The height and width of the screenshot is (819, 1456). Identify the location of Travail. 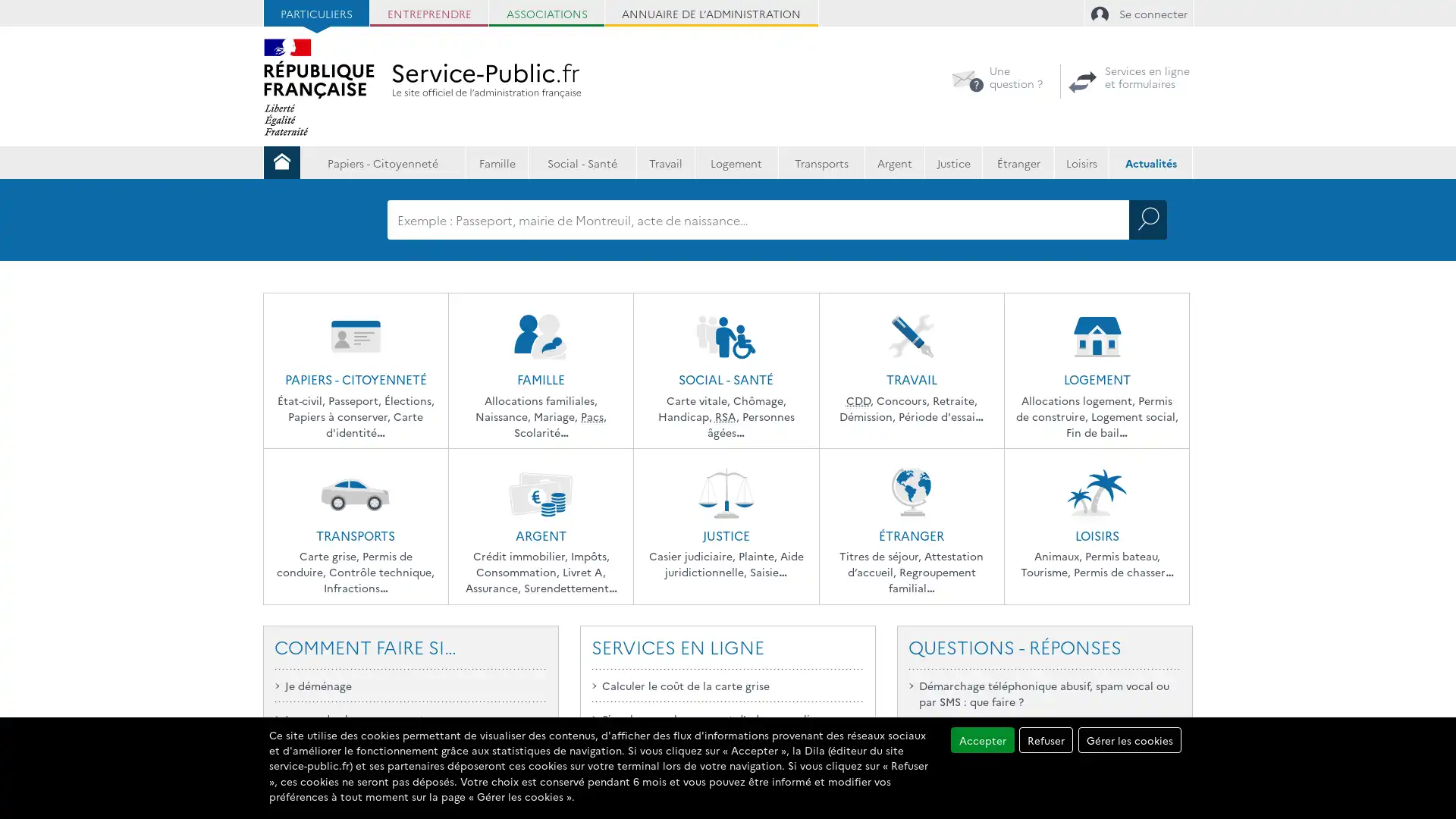
(665, 162).